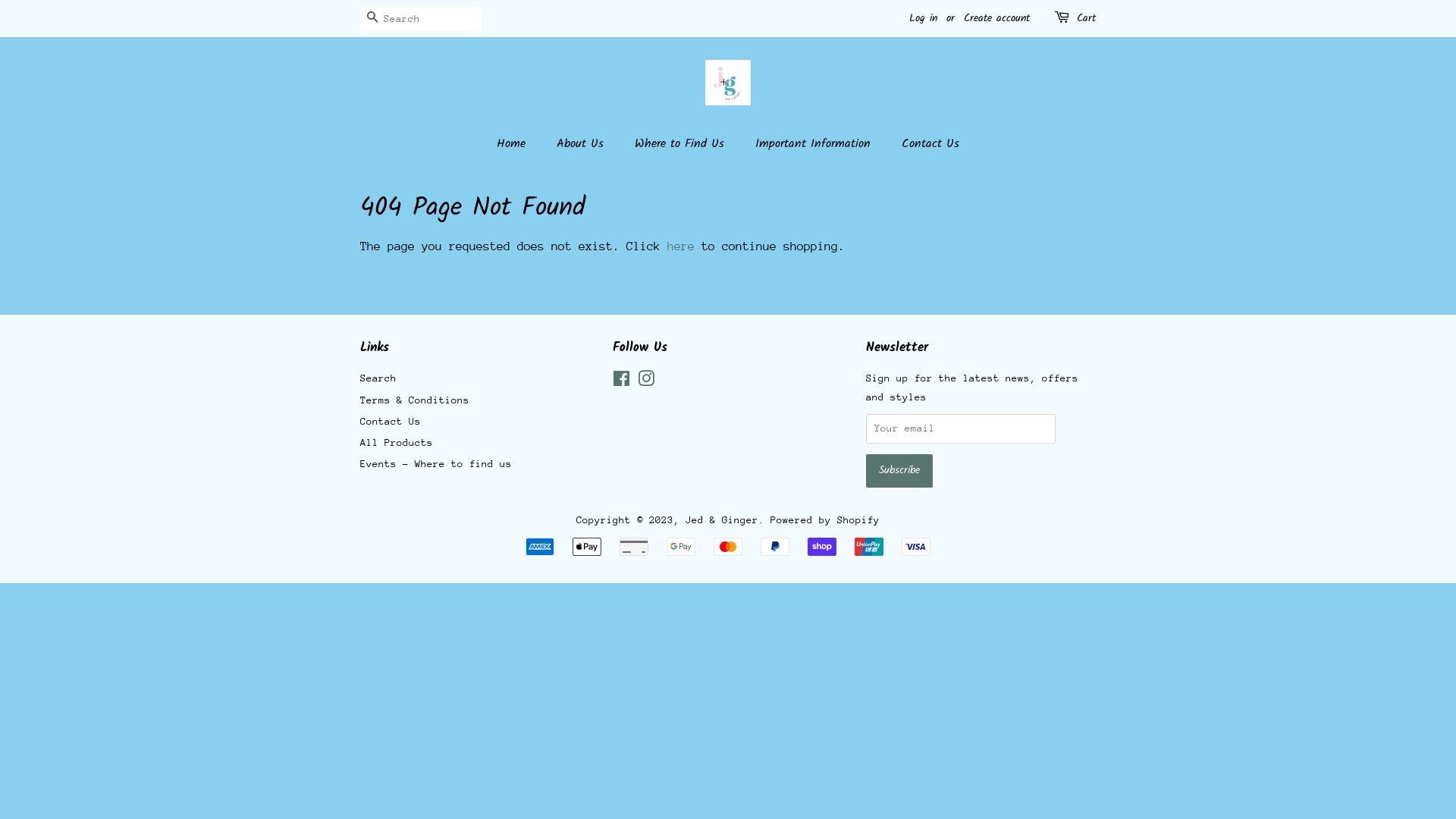 The height and width of the screenshot is (819, 1456). I want to click on 'Events - Where to find us', so click(435, 463).